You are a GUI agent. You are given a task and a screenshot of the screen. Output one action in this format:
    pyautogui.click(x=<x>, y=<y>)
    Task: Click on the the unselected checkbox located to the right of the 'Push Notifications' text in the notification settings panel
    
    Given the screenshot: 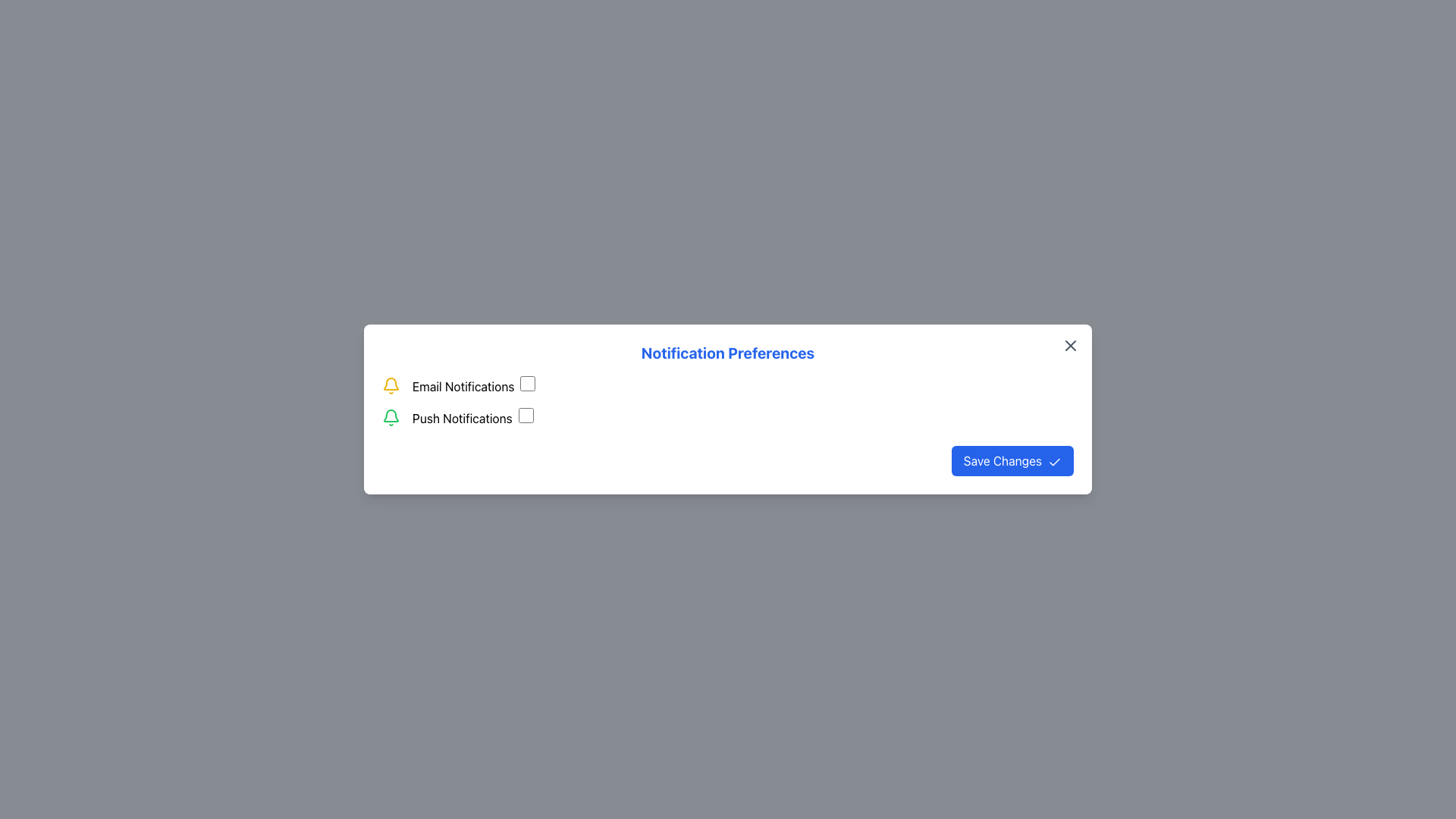 What is the action you would take?
    pyautogui.click(x=526, y=415)
    